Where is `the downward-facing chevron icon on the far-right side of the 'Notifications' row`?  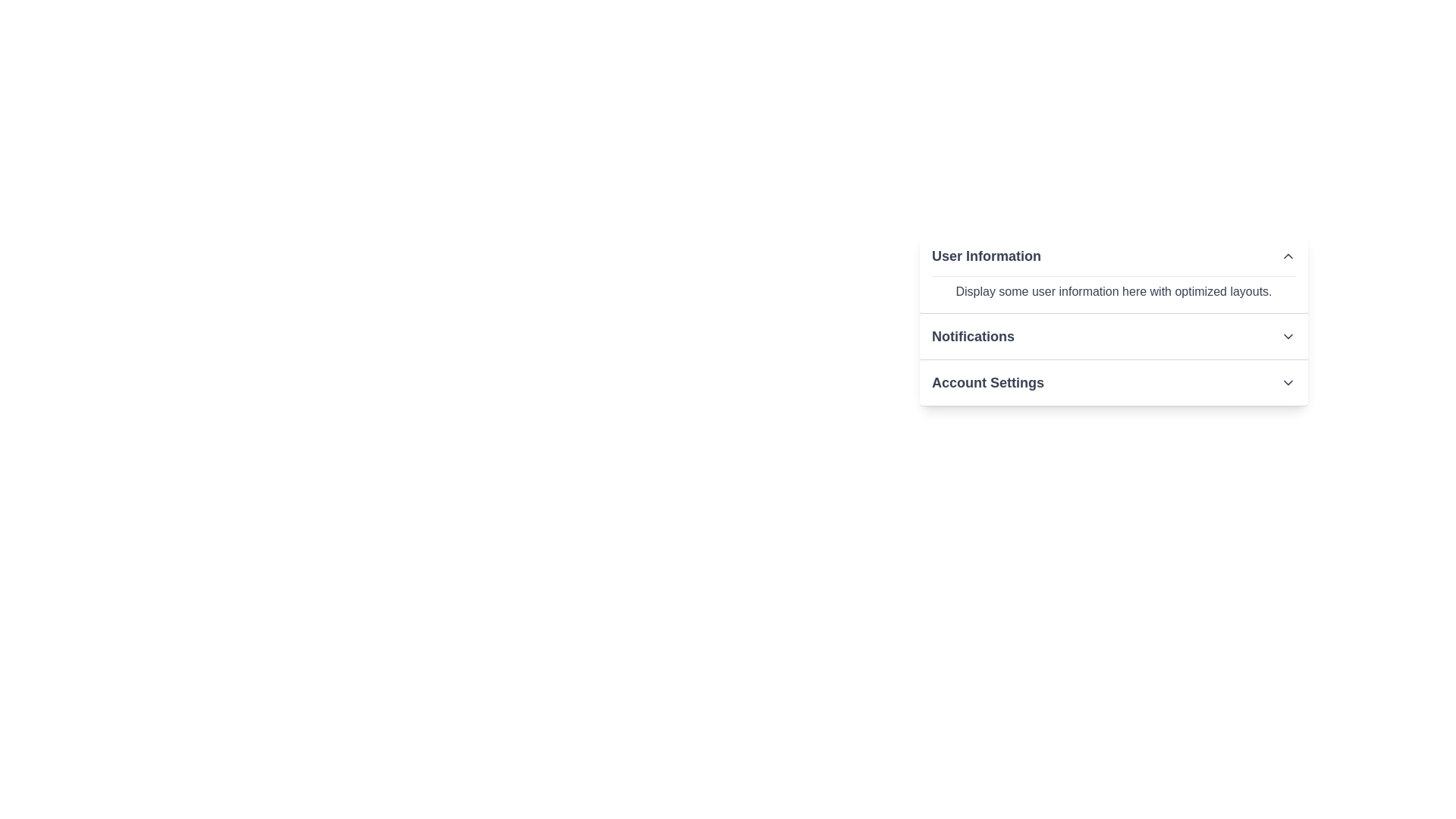
the downward-facing chevron icon on the far-right side of the 'Notifications' row is located at coordinates (1288, 335).